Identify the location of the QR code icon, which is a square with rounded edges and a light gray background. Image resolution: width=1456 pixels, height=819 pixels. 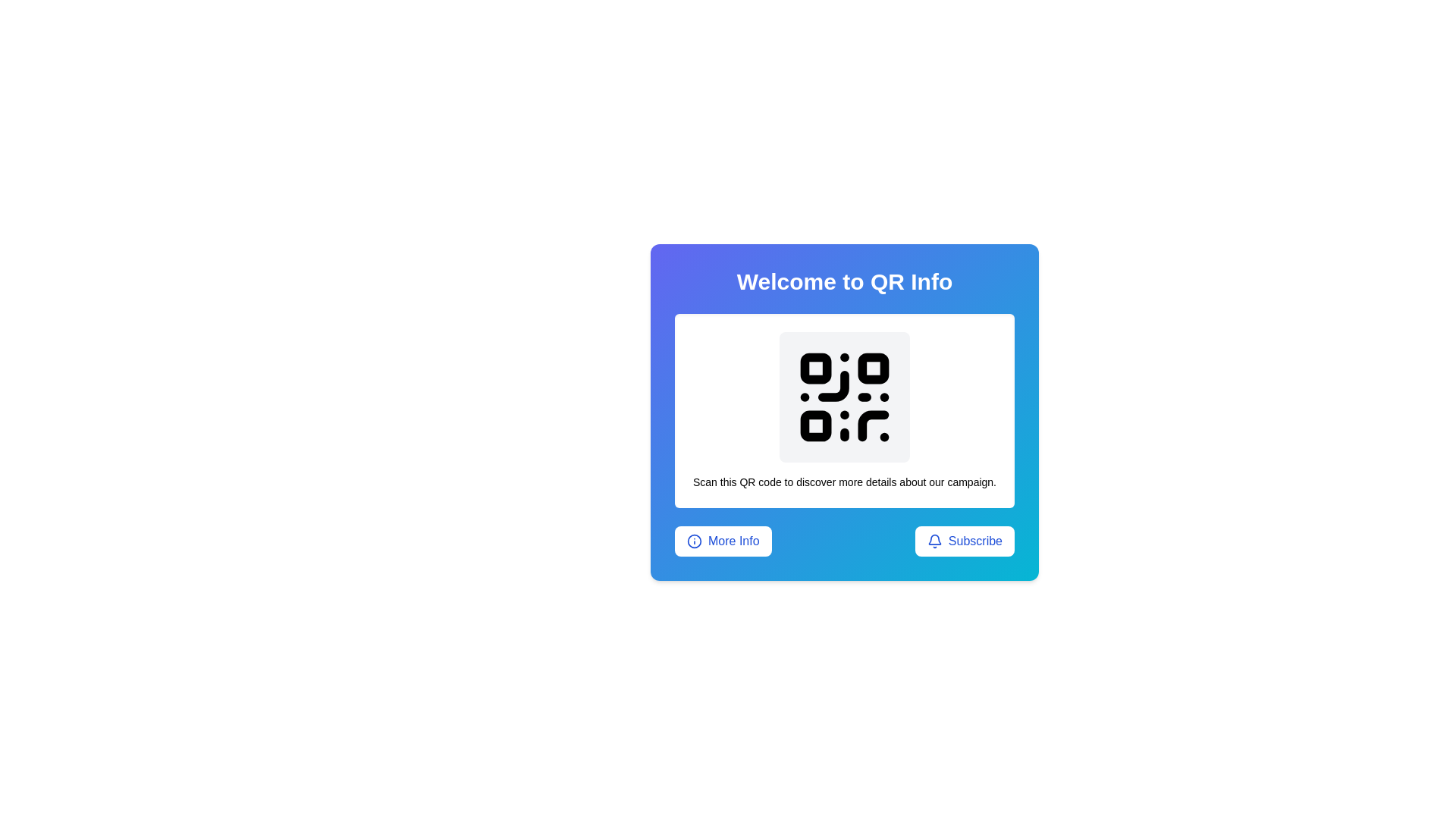
(843, 397).